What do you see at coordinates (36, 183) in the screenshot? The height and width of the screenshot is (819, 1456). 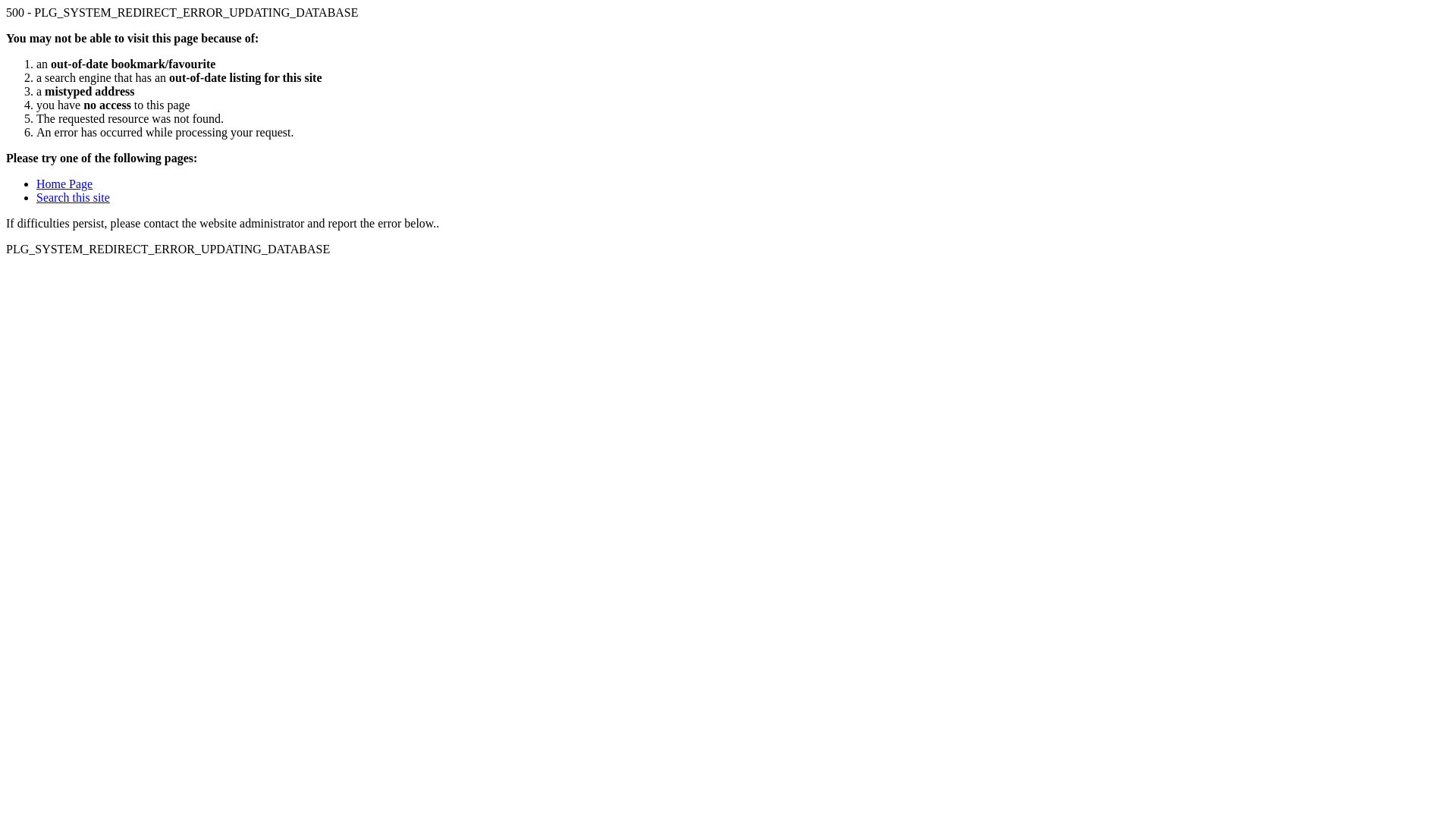 I see `'Home Page'` at bounding box center [36, 183].